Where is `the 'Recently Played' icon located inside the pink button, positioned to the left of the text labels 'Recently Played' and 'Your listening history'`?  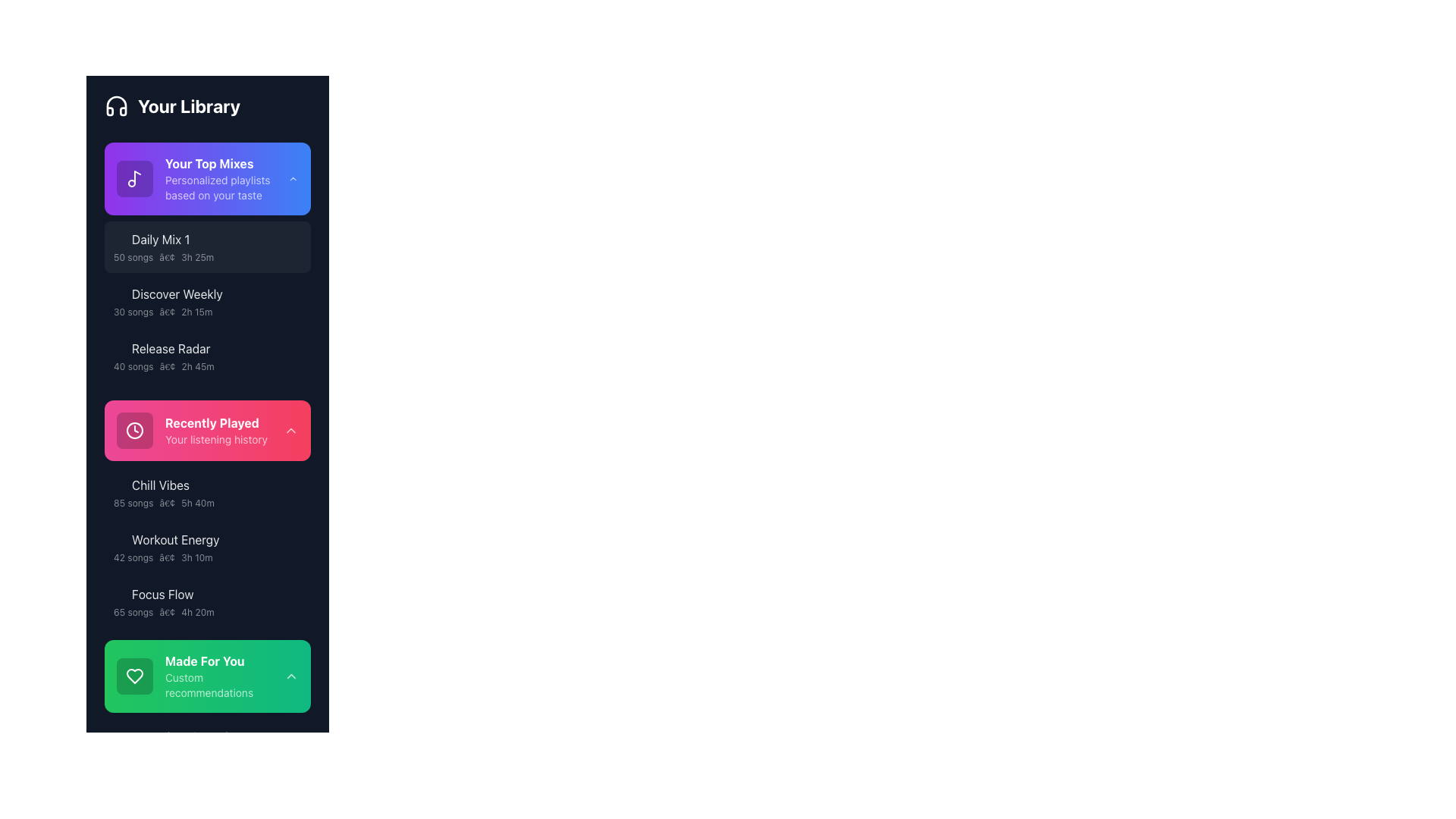 the 'Recently Played' icon located inside the pink button, positioned to the left of the text labels 'Recently Played' and 'Your listening history' is located at coordinates (134, 430).